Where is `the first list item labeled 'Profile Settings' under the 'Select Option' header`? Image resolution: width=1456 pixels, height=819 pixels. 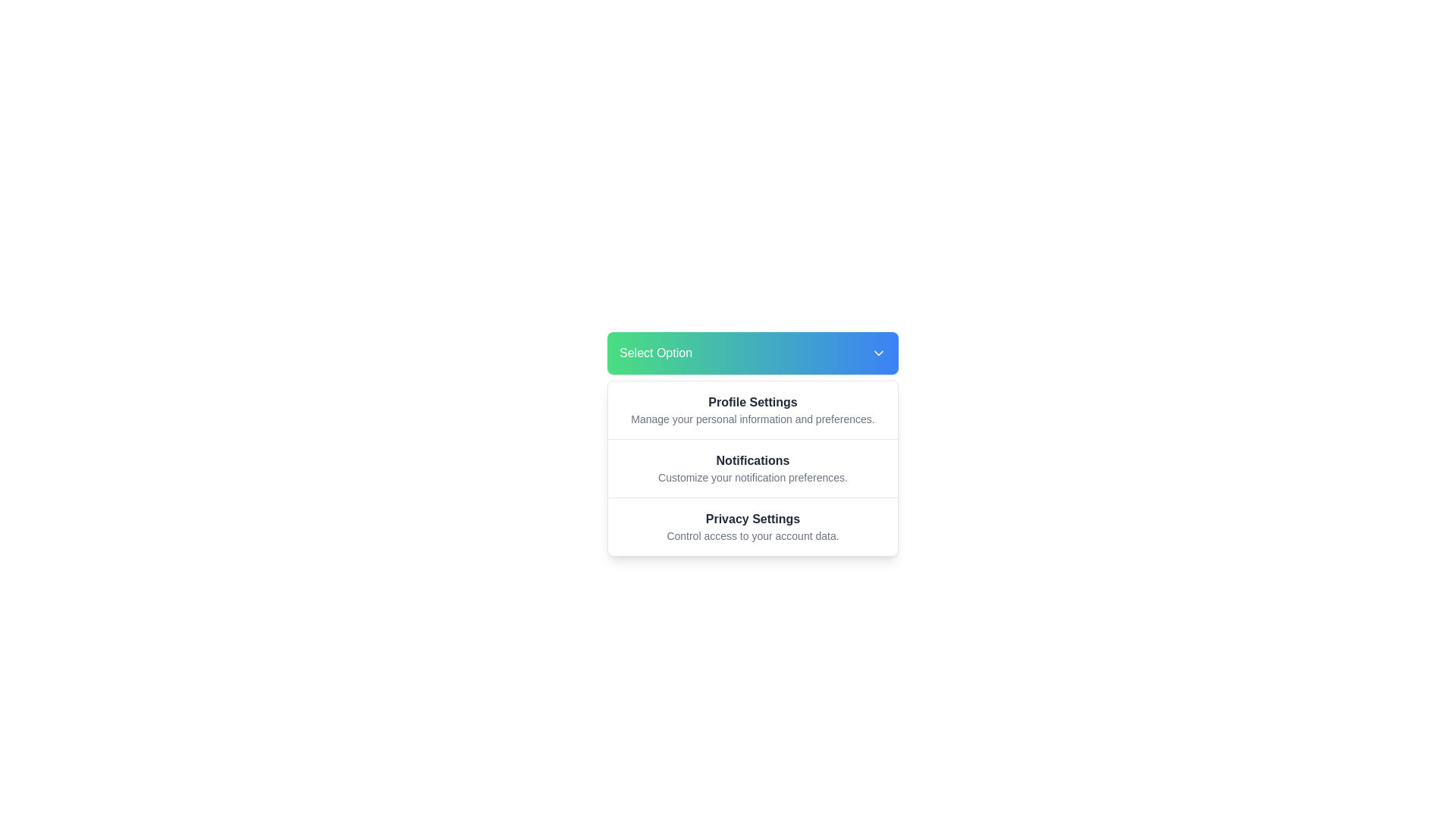 the first list item labeled 'Profile Settings' under the 'Select Option' header is located at coordinates (753, 409).